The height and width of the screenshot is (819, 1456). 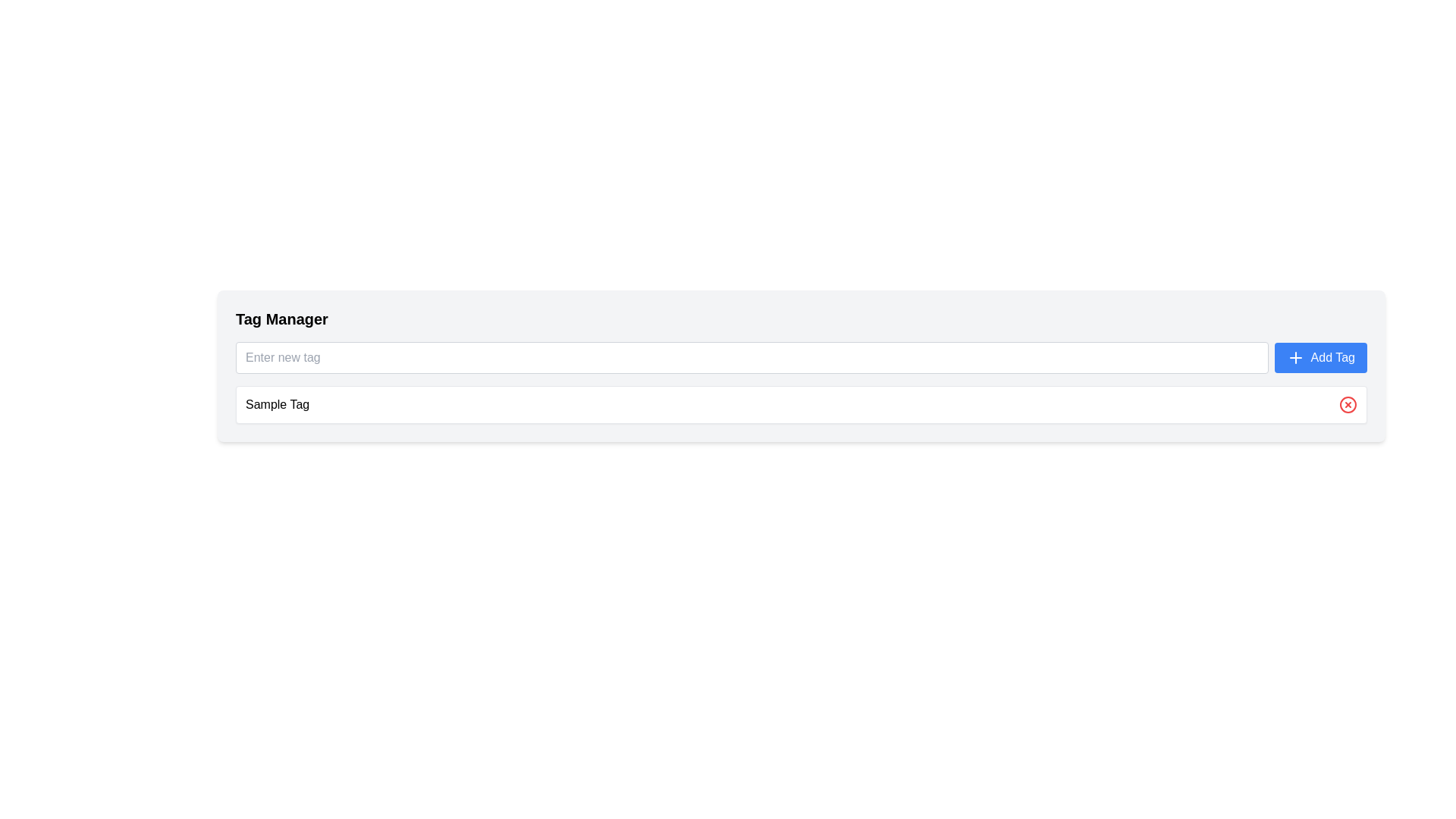 What do you see at coordinates (1294, 357) in the screenshot?
I see `the SVG icon located inside the 'Add Tag' button, which visually signifies the act of adding, positioned on the left side of the button's text` at bounding box center [1294, 357].